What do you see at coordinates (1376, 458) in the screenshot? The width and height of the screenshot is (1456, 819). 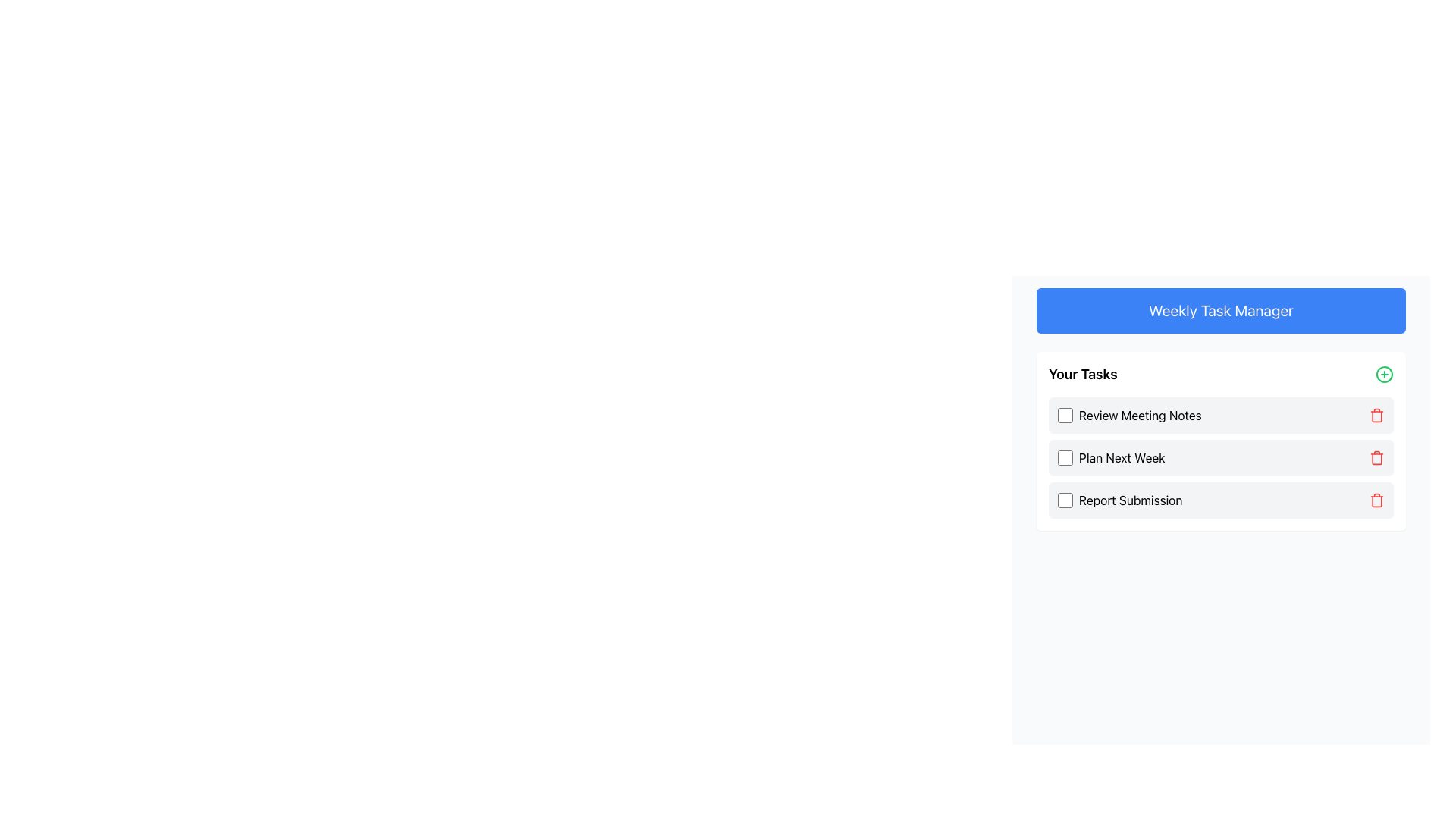 I see `the trash can icon used to delete the task labeled 'Plan Next Week', which is the second item in the task list and located at the far right of the row` at bounding box center [1376, 458].